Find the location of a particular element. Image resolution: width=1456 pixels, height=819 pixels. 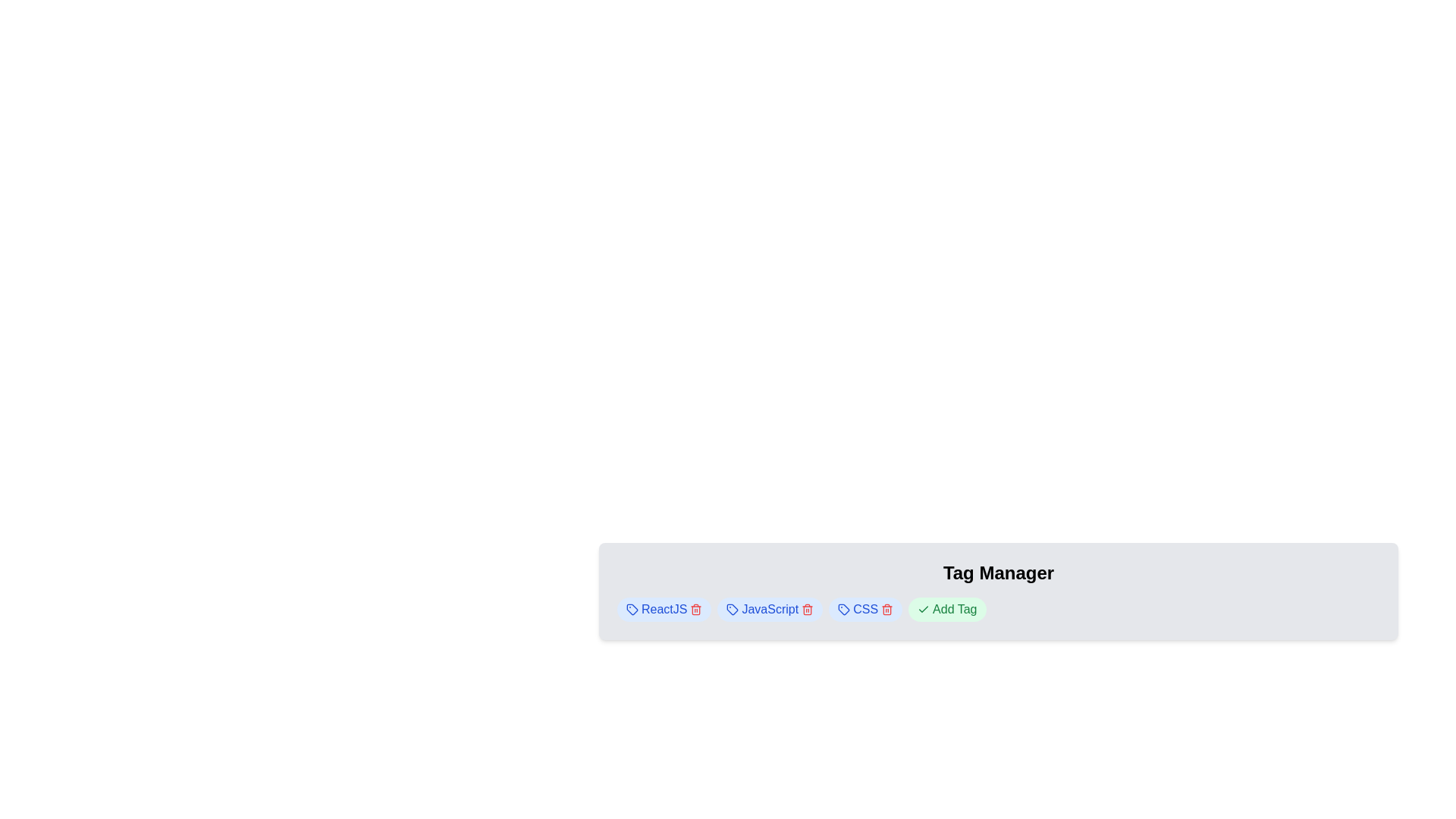

the 'Add Tag' button, which is a green pill-shaped button with dark green text and a checkmark icon, located in the 'Tag Manager' section is located at coordinates (946, 608).